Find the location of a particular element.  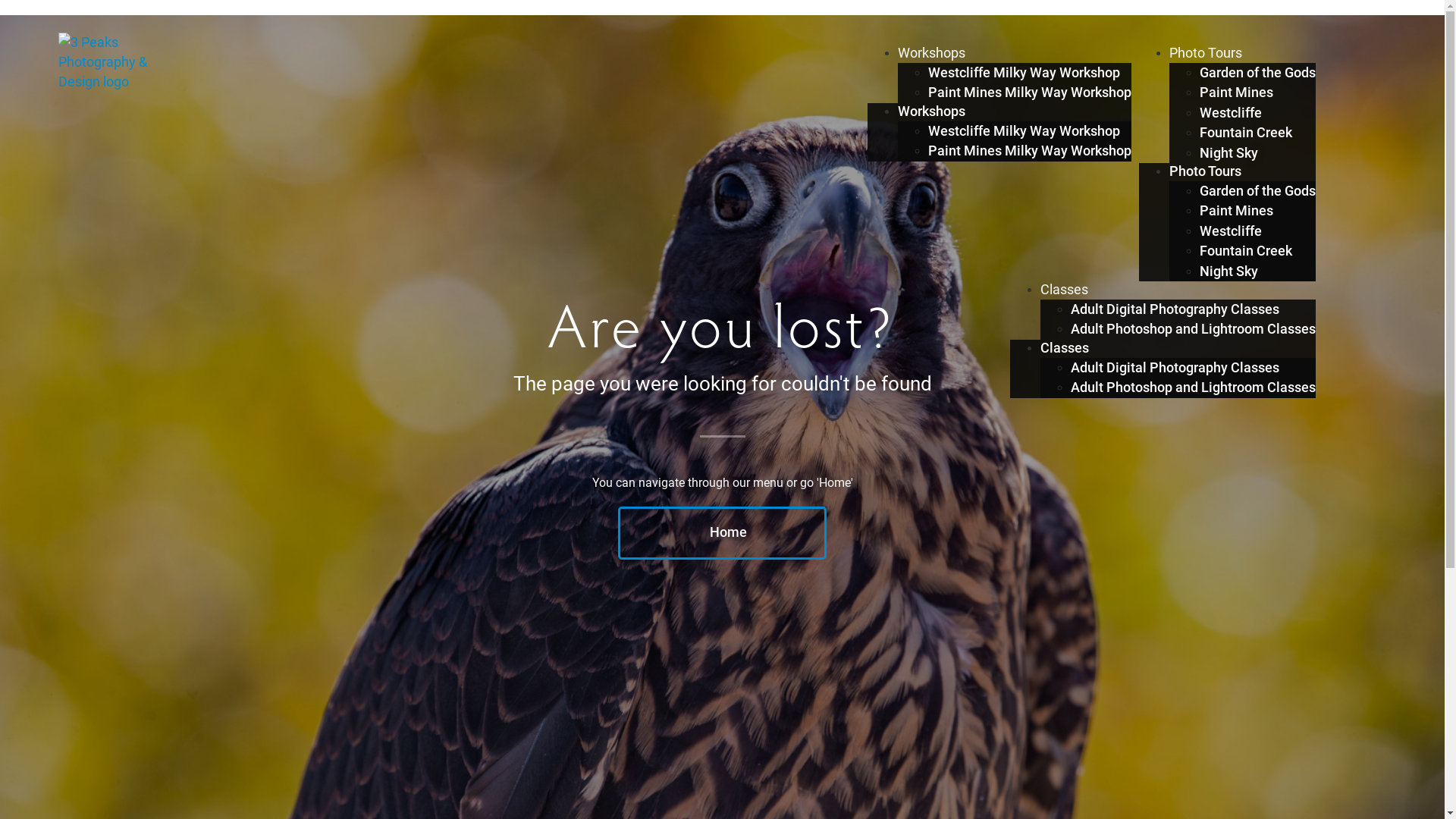

'Paint Mines Milky Way Workshop' is located at coordinates (1030, 151).